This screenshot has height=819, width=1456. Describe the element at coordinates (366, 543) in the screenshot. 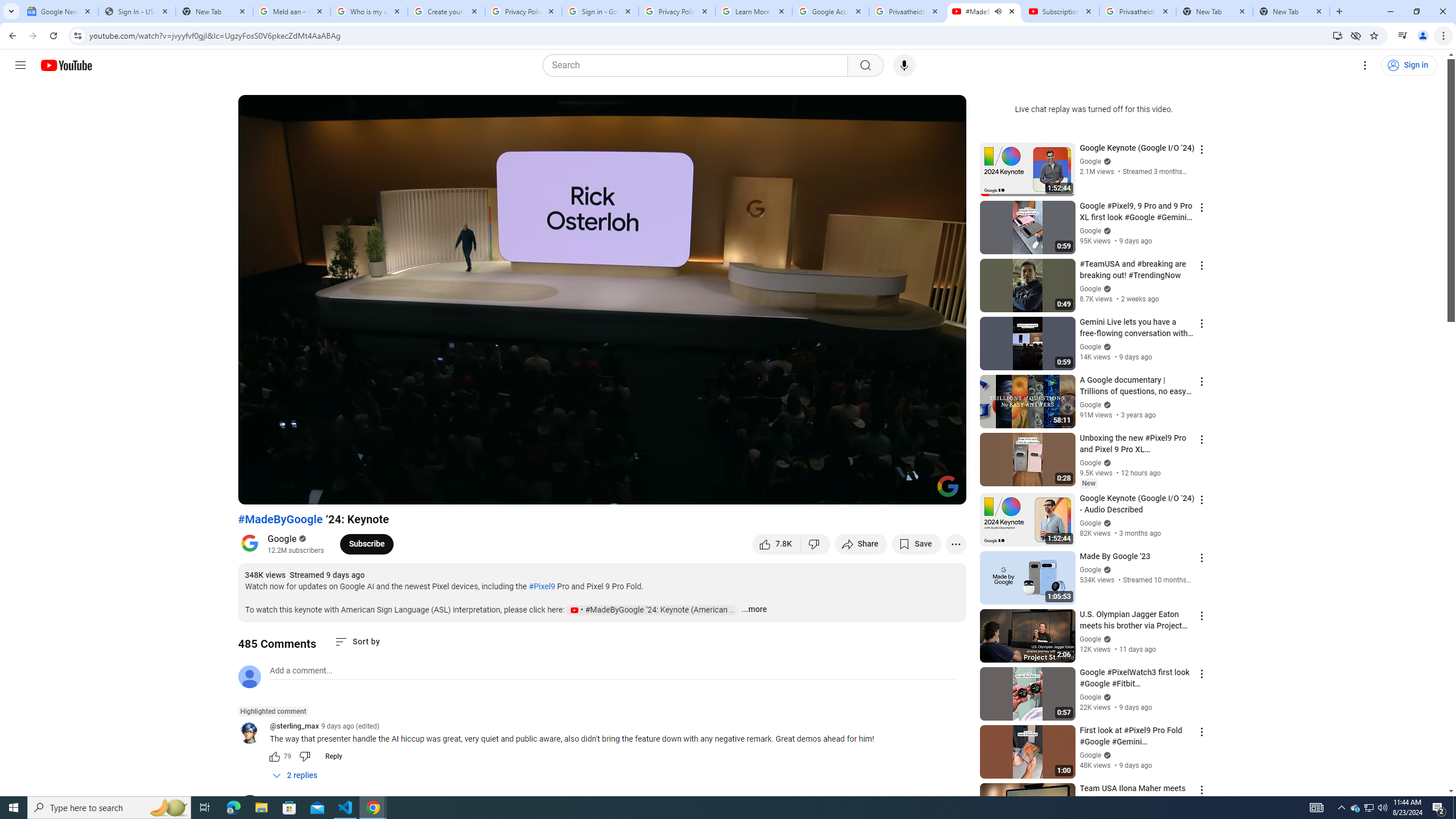

I see `'Subscribe to Google.'` at that location.